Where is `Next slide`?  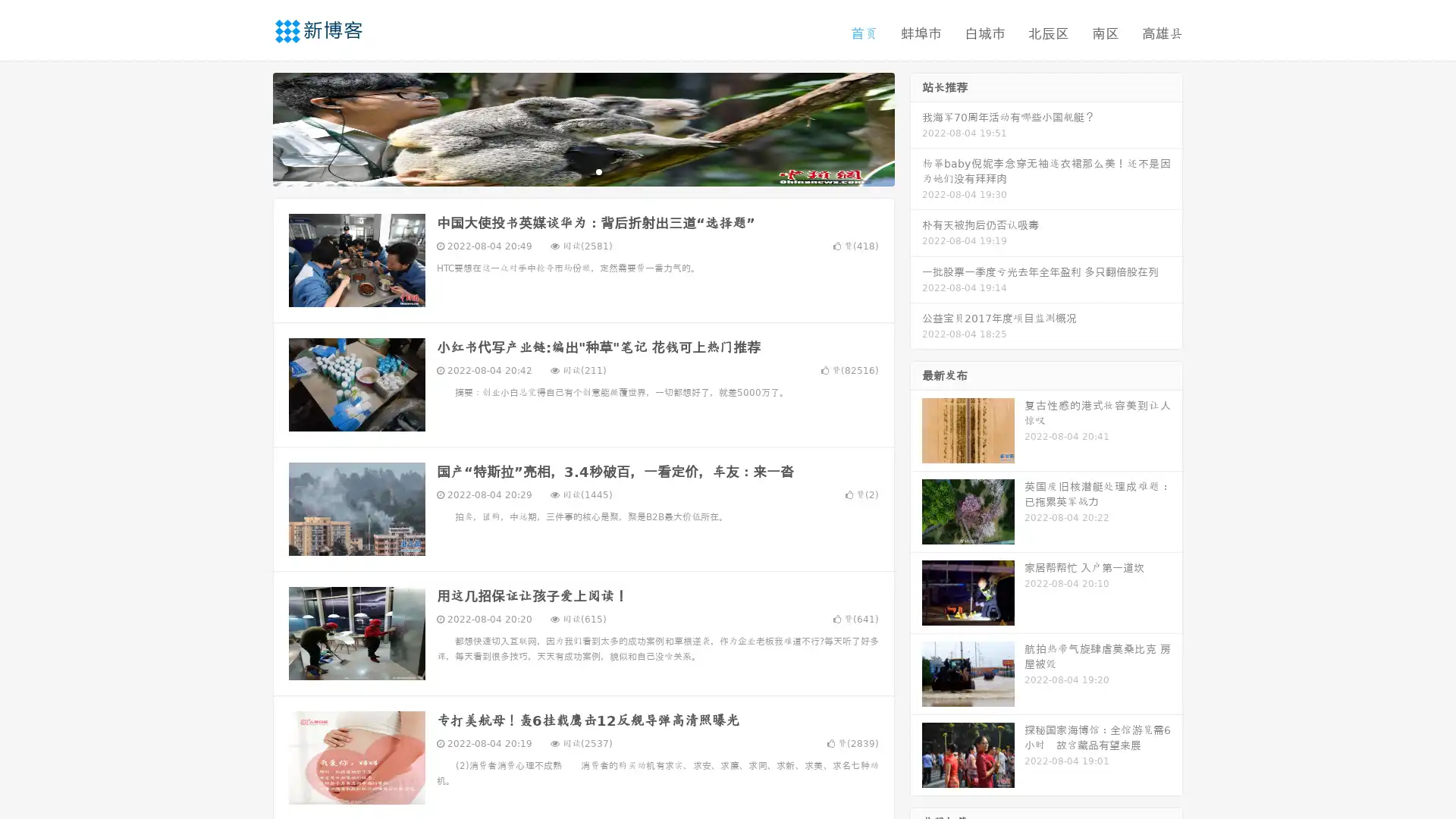 Next slide is located at coordinates (916, 127).